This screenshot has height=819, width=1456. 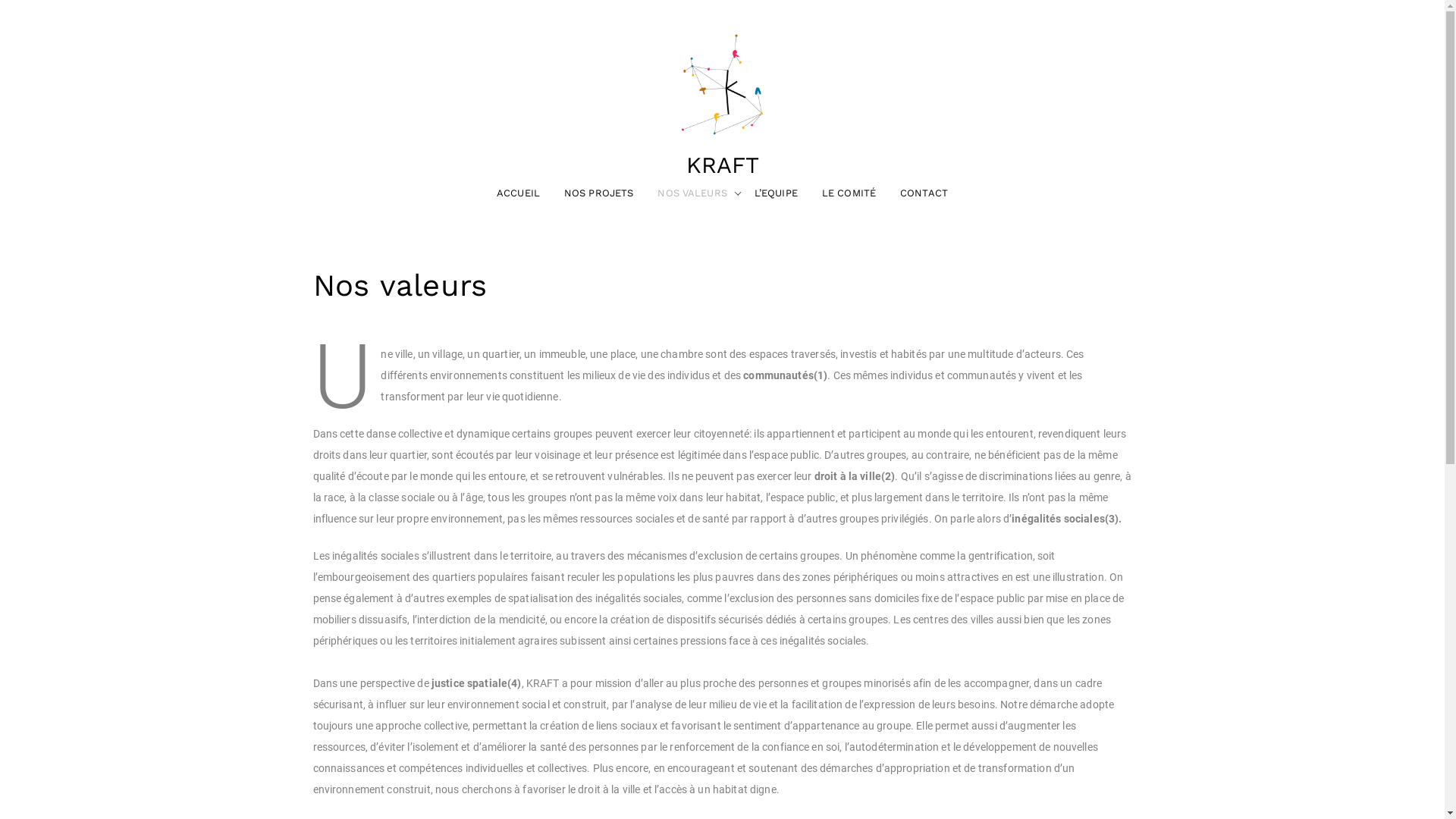 What do you see at coordinates (551, 192) in the screenshot?
I see `'NOS PROJETS'` at bounding box center [551, 192].